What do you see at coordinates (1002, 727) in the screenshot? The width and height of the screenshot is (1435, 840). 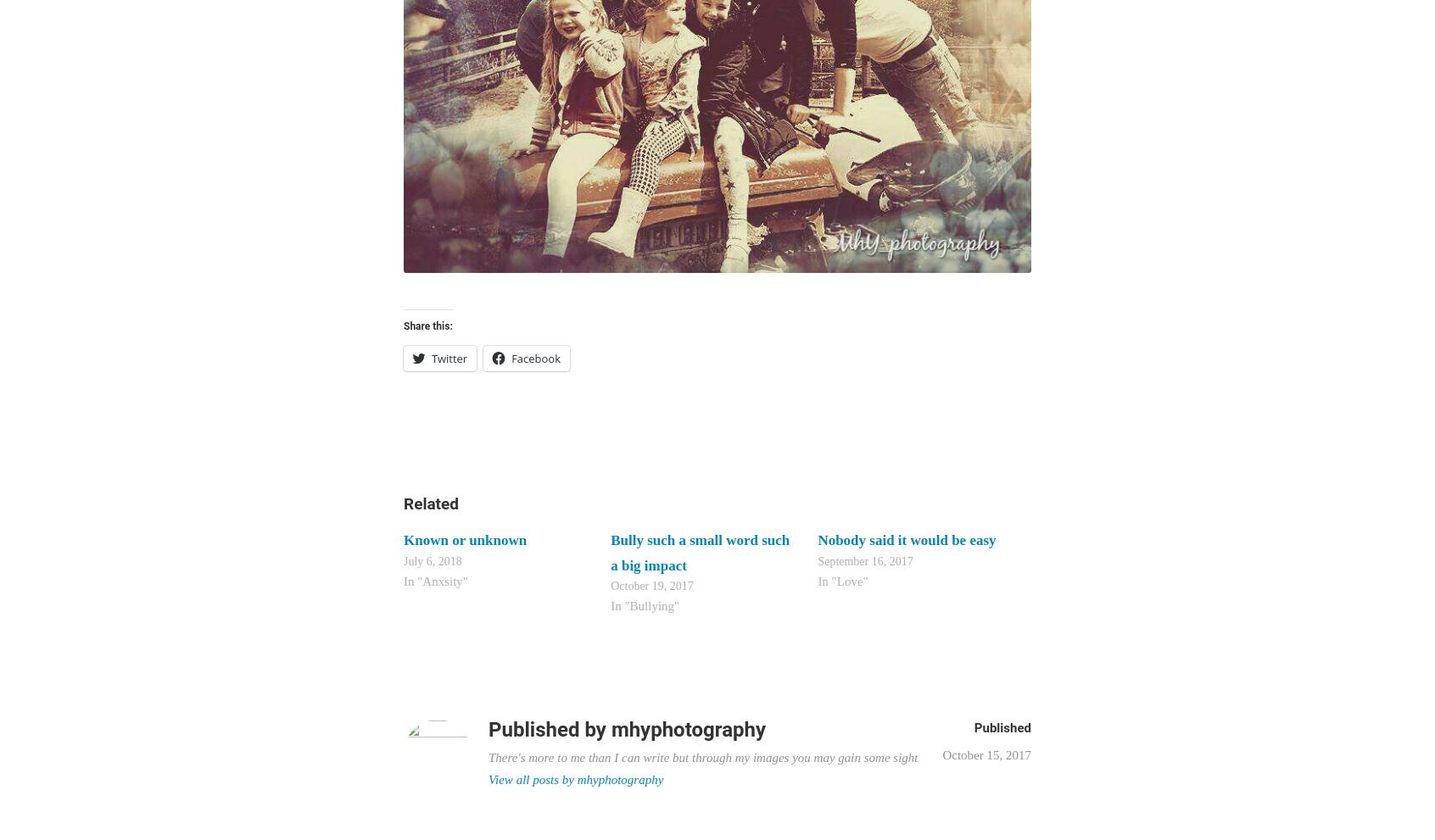 I see `'Published'` at bounding box center [1002, 727].